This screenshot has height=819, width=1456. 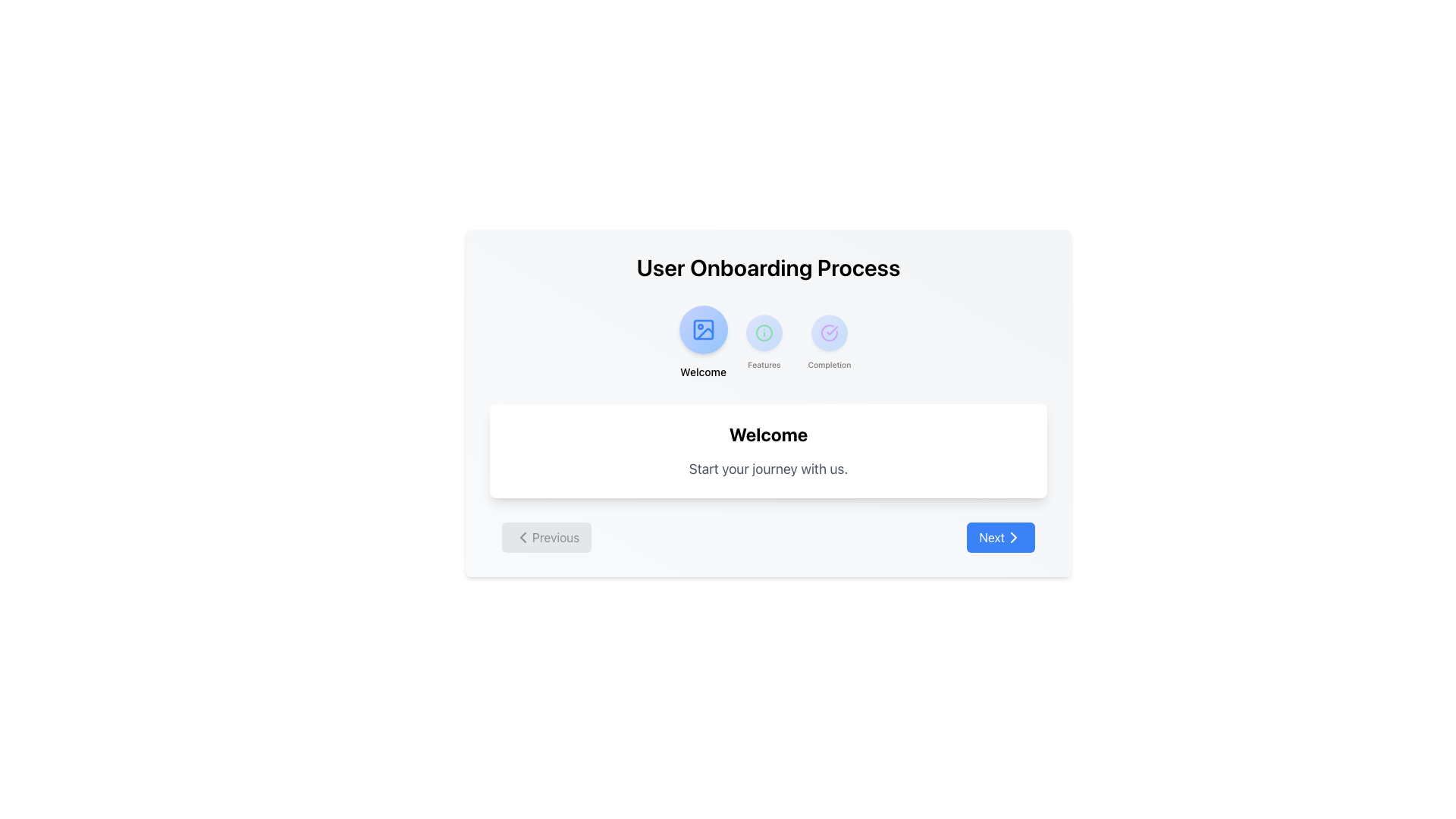 I want to click on the small circular interactive icon button with a gradient background and a green information symbol, located in the top section of the onboarding interface under 'User Onboarding Process', so click(x=764, y=332).